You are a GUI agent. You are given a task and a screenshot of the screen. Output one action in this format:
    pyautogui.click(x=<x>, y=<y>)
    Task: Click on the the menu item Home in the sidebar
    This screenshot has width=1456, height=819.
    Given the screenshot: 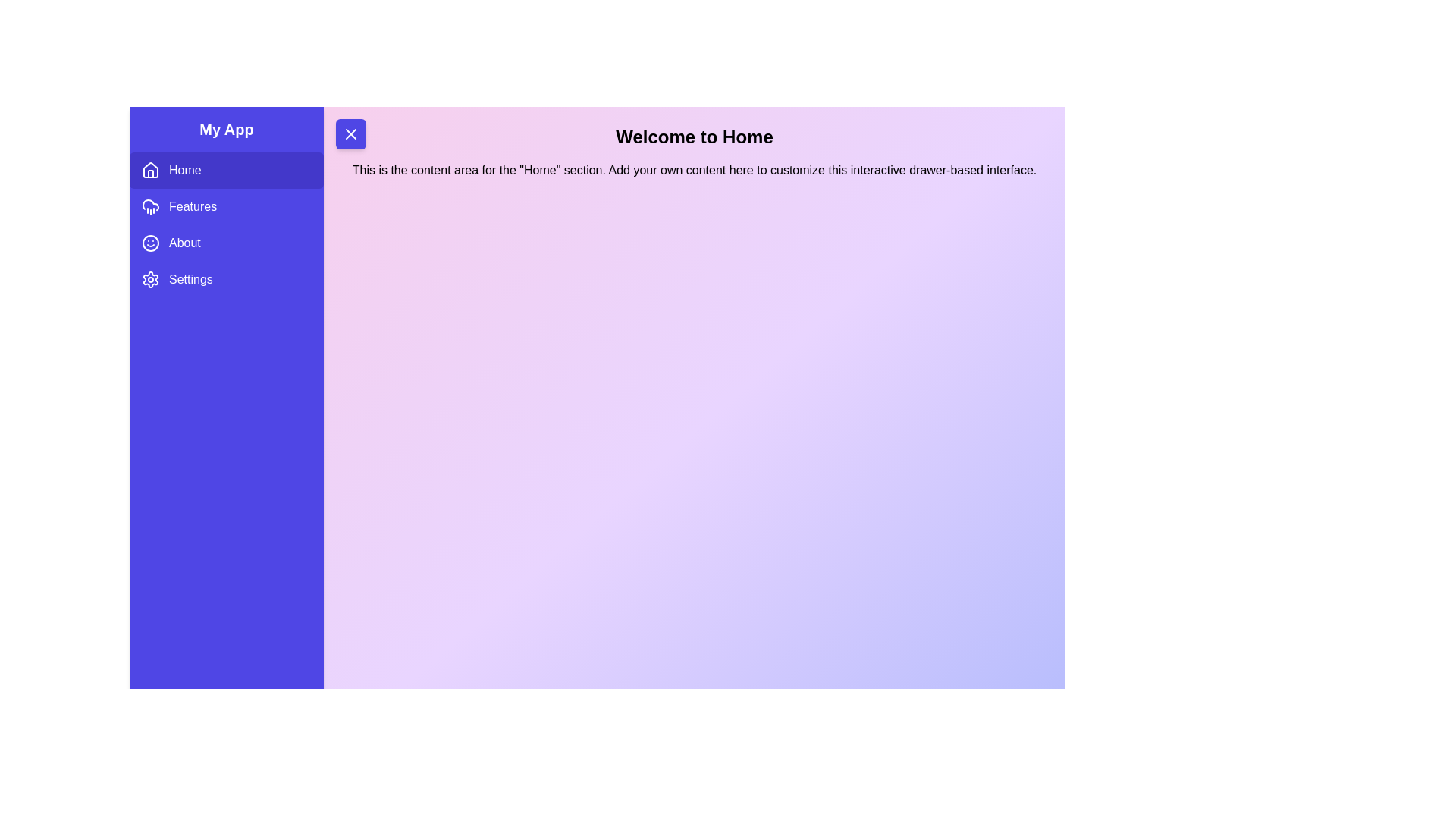 What is the action you would take?
    pyautogui.click(x=225, y=170)
    